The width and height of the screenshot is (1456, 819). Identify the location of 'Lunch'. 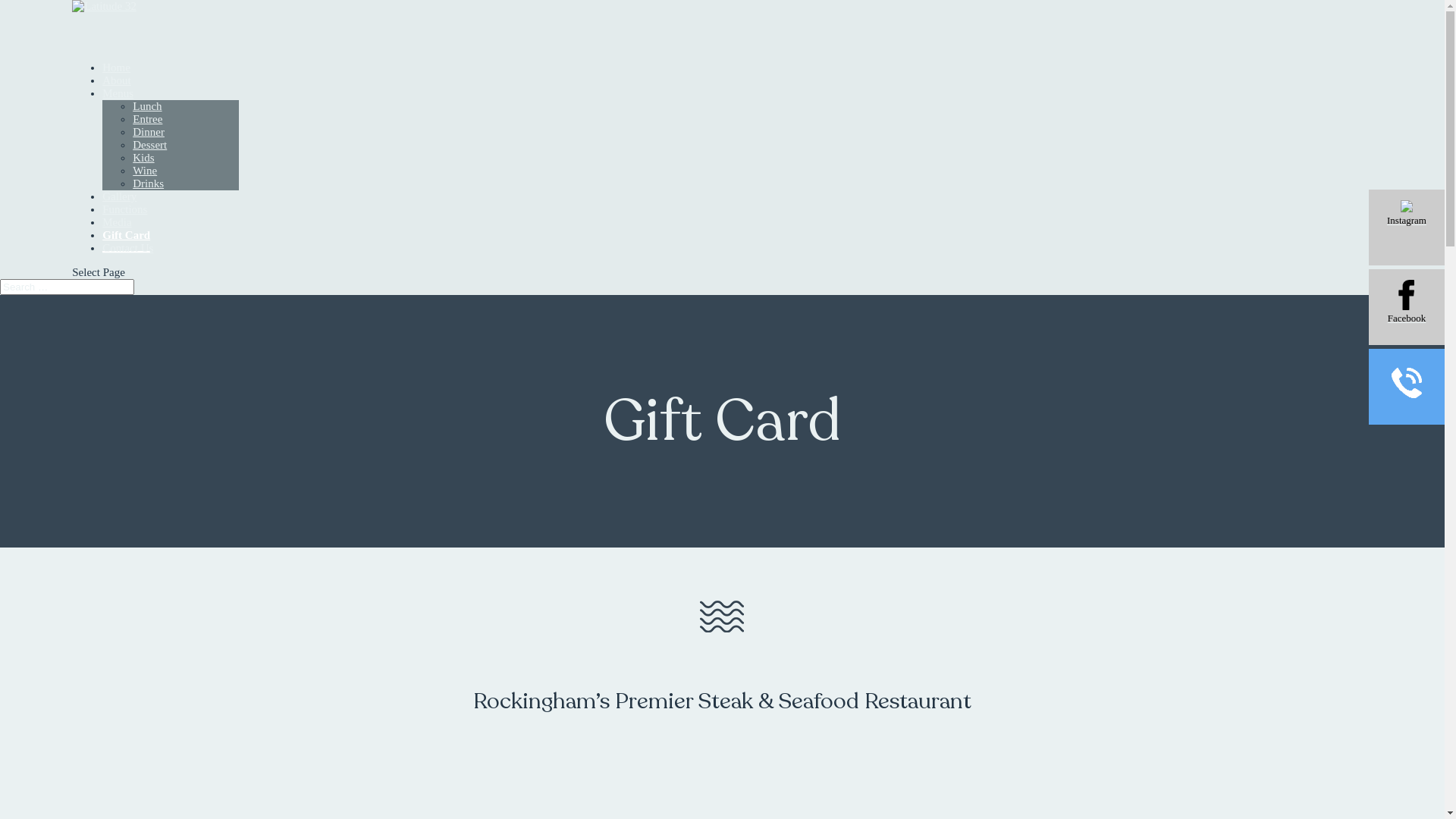
(146, 105).